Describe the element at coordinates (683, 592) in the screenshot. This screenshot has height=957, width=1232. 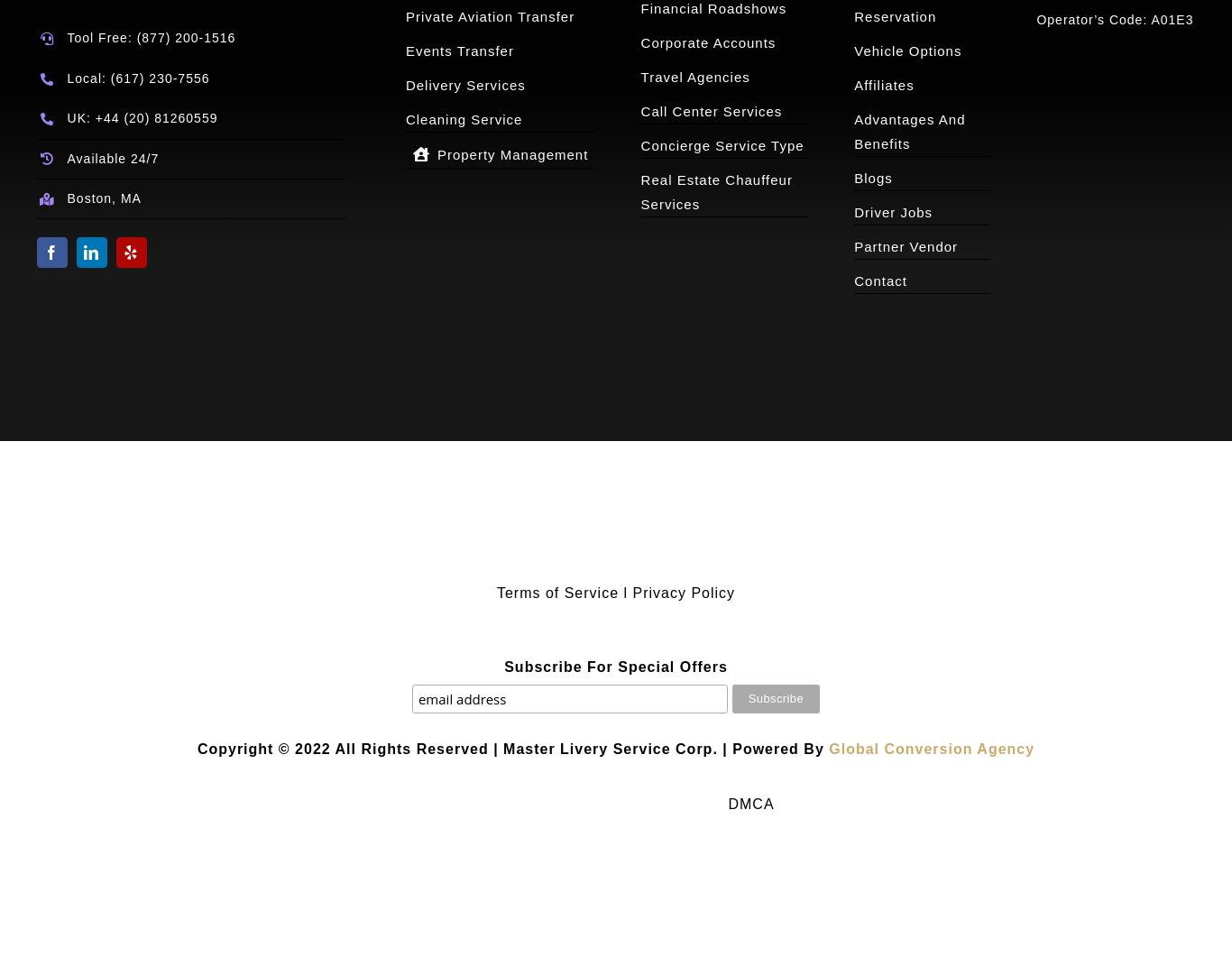
I see `'Privacy Policy'` at that location.